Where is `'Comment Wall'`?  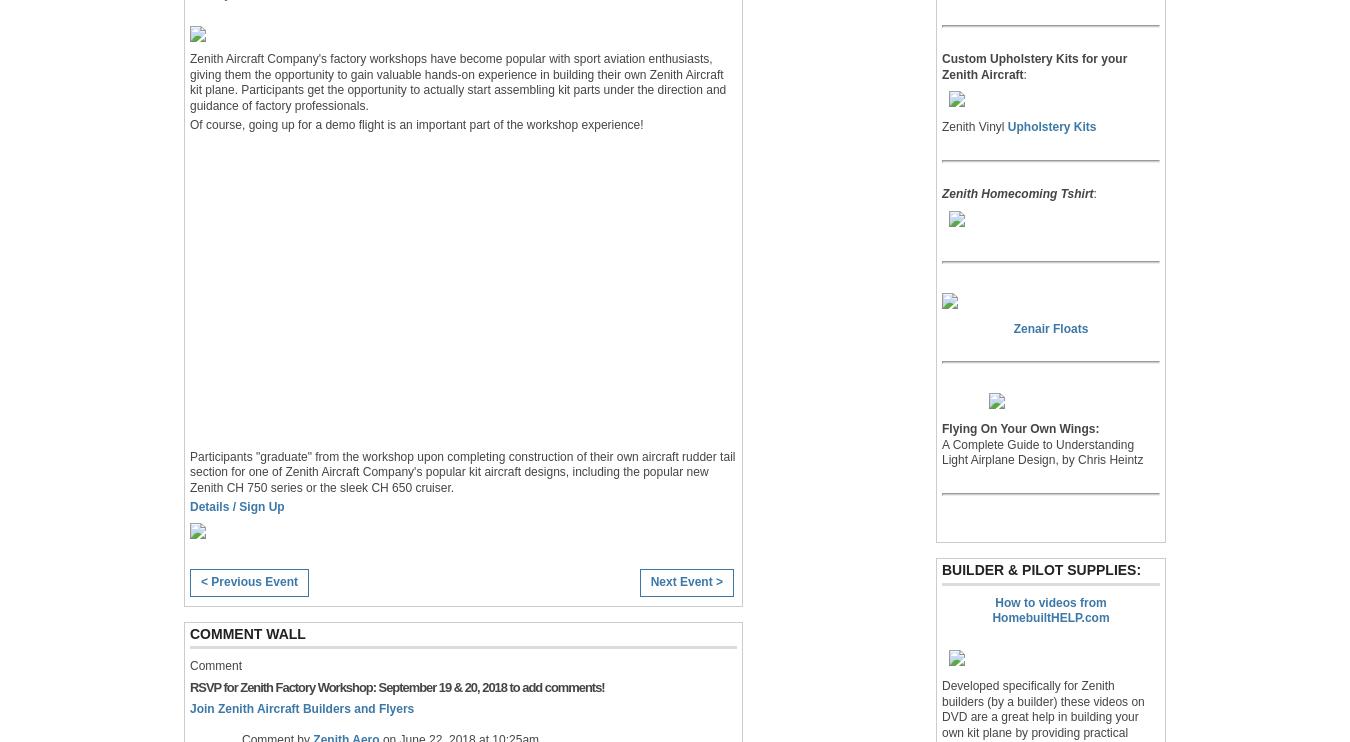 'Comment Wall' is located at coordinates (189, 633).